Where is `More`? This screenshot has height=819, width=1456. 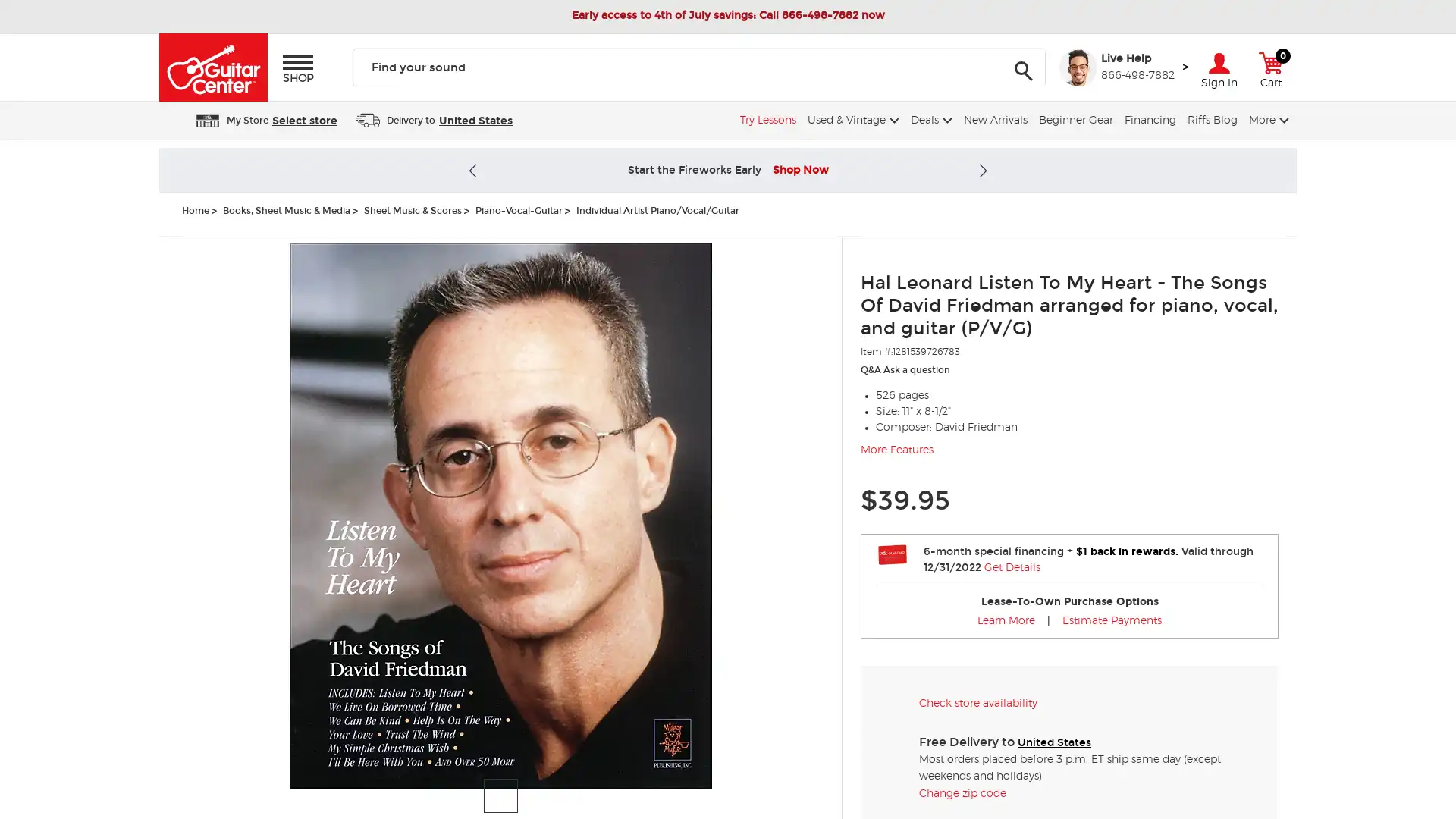
More is located at coordinates (1266, 119).